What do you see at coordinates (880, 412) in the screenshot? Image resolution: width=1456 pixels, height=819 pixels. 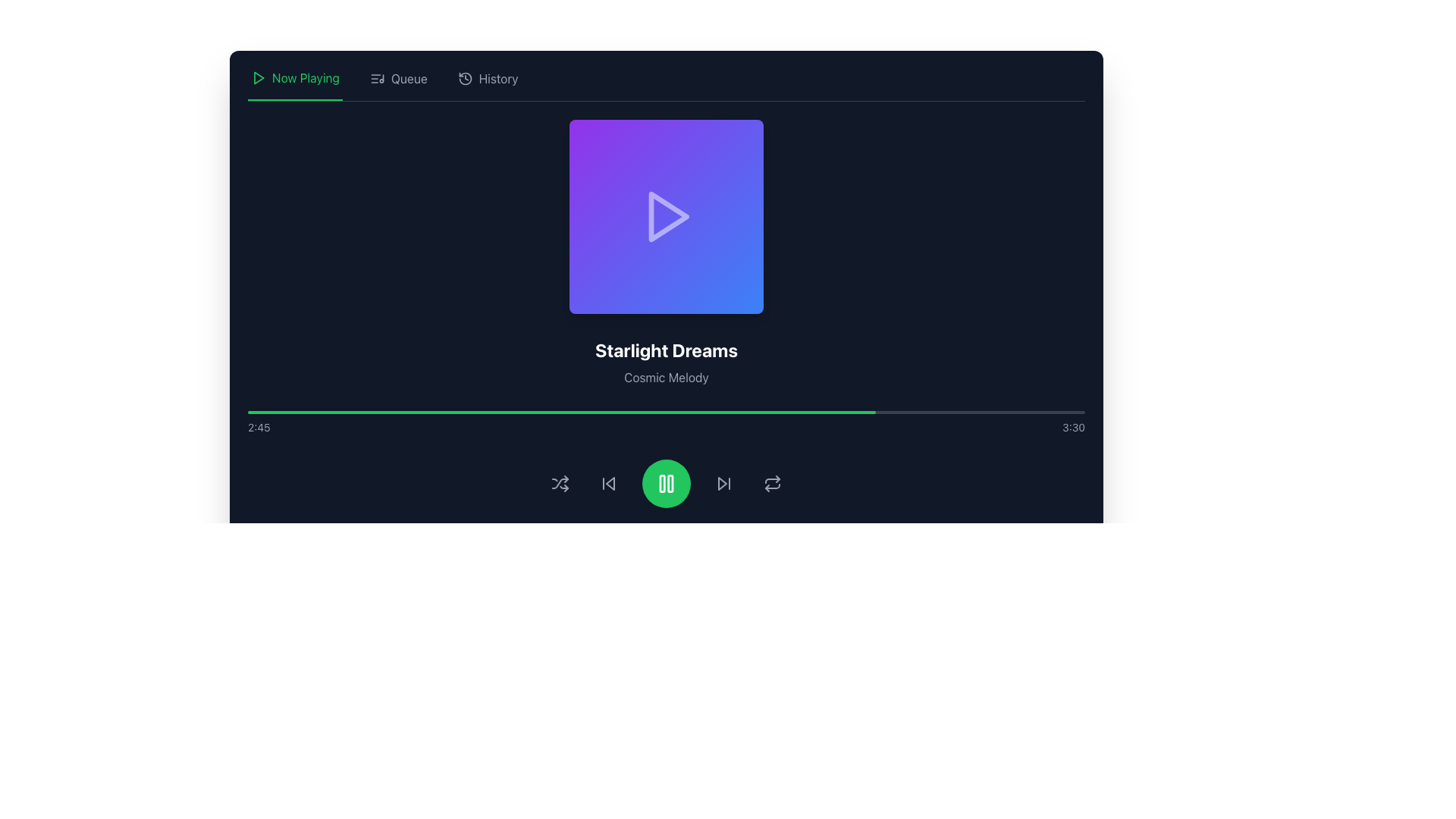 I see `playback position` at bounding box center [880, 412].